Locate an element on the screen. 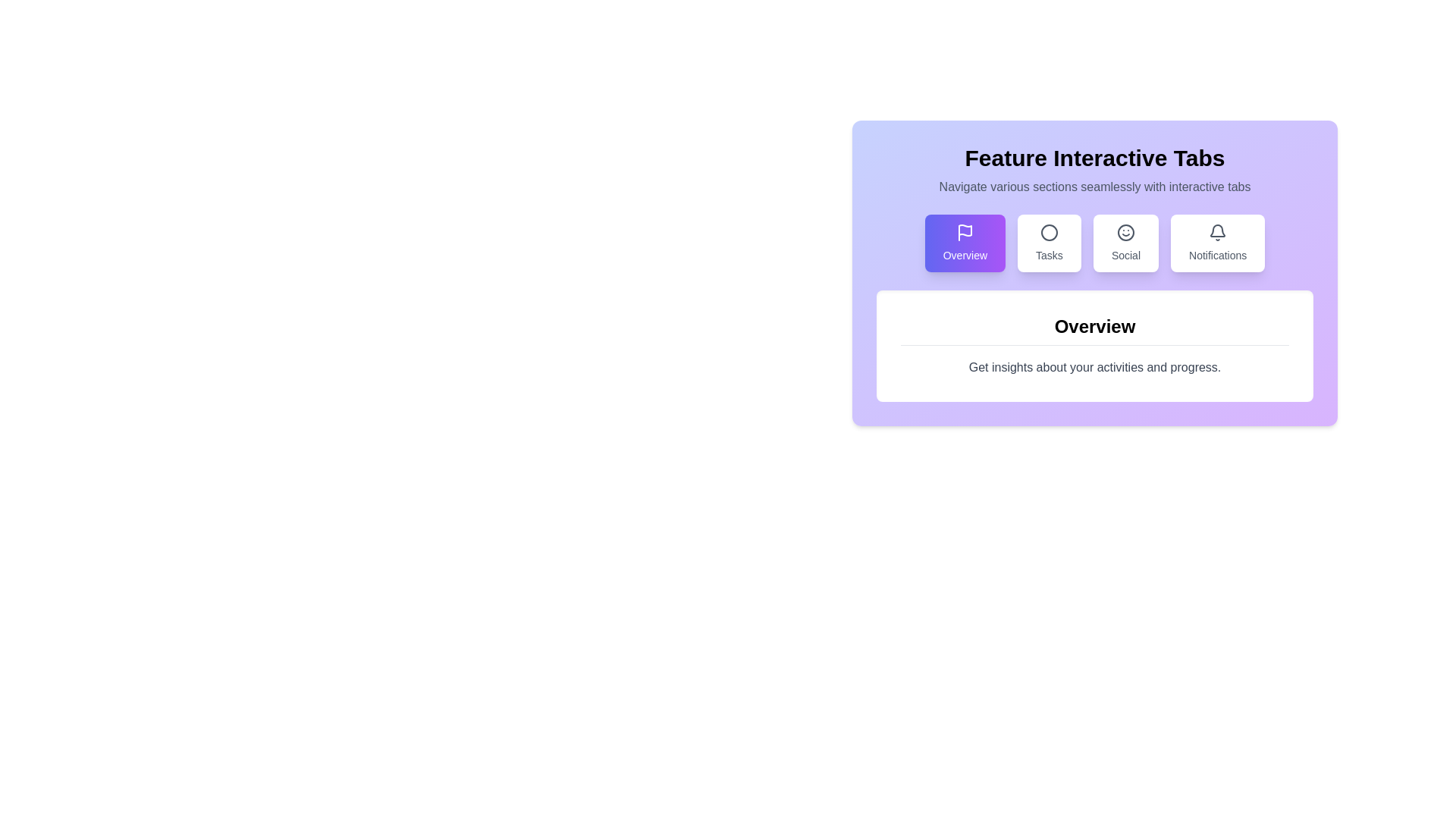 Image resolution: width=1456 pixels, height=819 pixels. text of the 'Tasks' label located in the second position of the tab navigation system, which describes the functionality of the associated 'Tasks' button is located at coordinates (1048, 254).